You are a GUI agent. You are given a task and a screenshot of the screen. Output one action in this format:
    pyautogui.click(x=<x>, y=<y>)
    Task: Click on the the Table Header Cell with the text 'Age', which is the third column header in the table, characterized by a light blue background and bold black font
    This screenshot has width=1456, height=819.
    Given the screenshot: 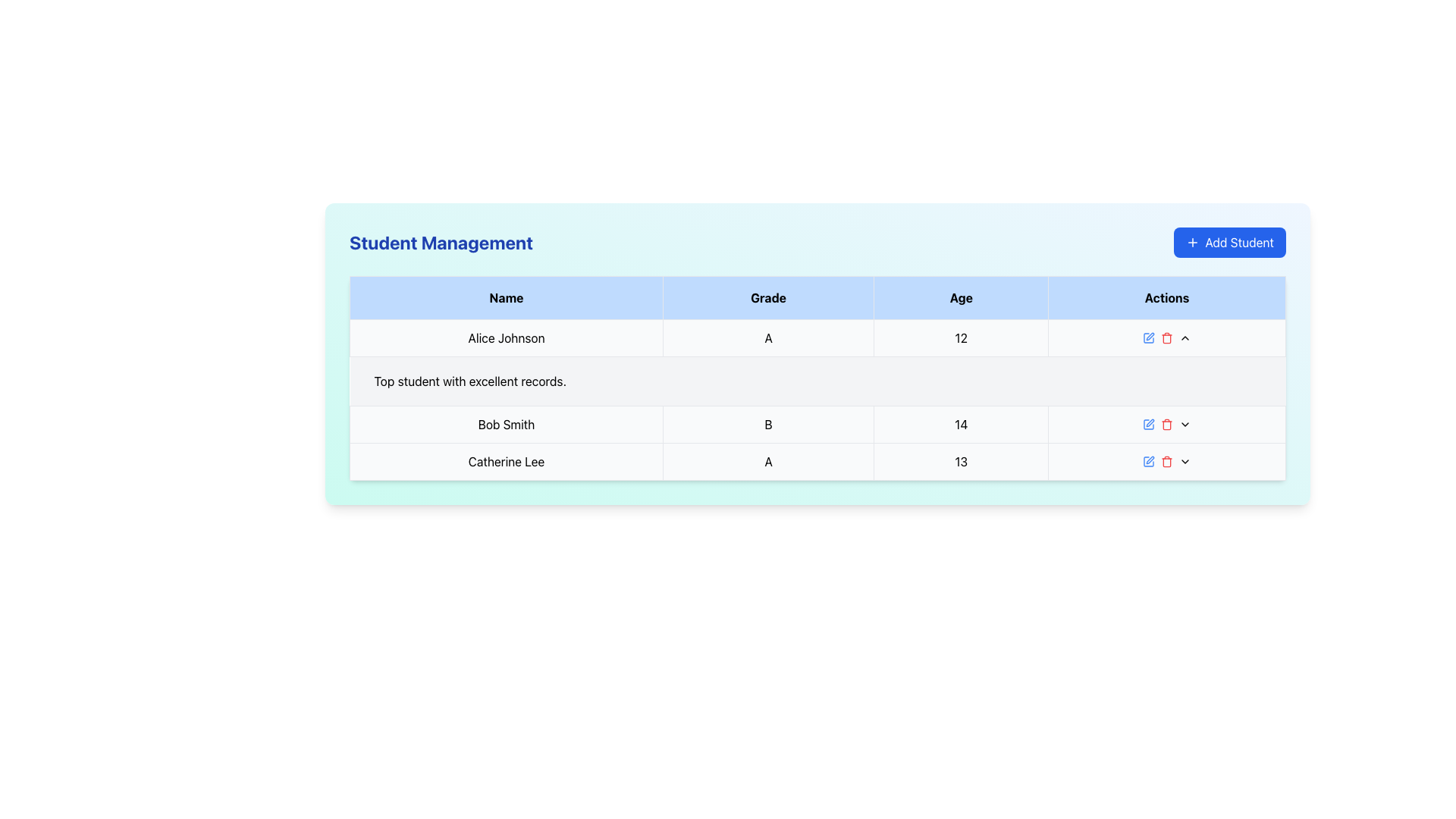 What is the action you would take?
    pyautogui.click(x=960, y=298)
    